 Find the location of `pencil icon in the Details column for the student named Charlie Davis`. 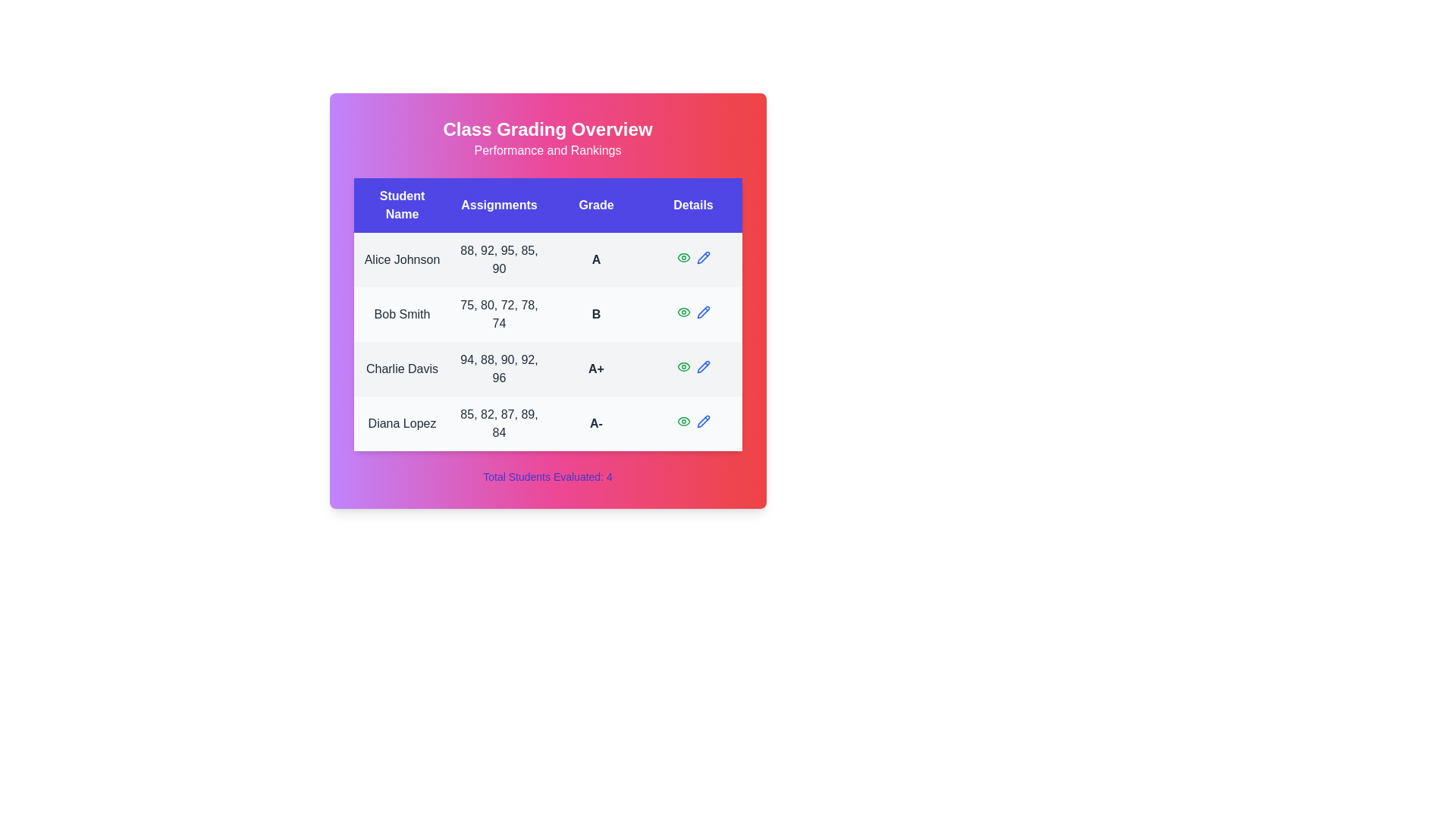

pencil icon in the Details column for the student named Charlie Davis is located at coordinates (702, 366).